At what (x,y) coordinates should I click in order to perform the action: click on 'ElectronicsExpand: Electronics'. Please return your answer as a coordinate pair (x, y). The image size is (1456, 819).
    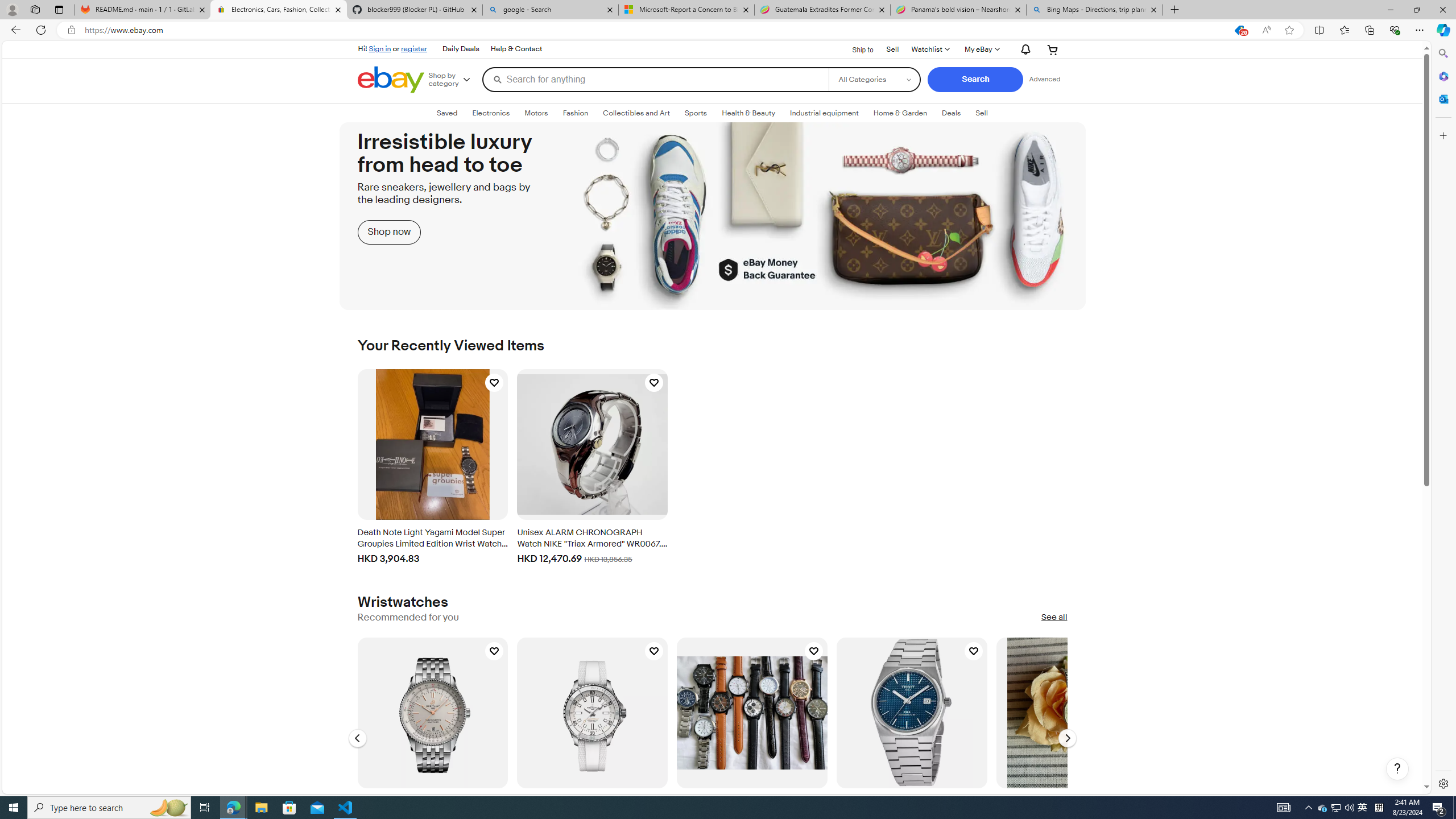
    Looking at the image, I should click on (490, 113).